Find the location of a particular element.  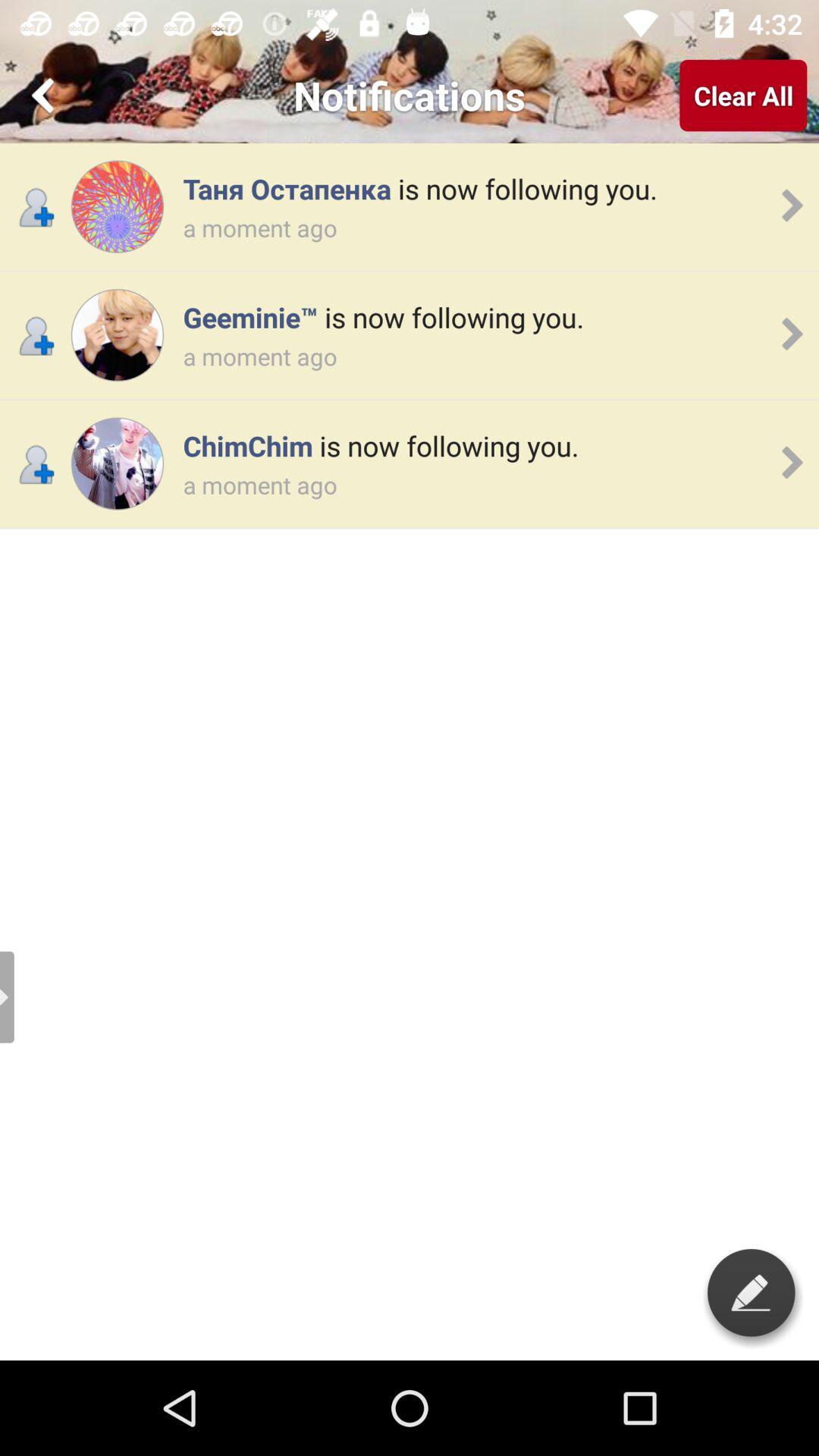

go back is located at coordinates (45, 94).